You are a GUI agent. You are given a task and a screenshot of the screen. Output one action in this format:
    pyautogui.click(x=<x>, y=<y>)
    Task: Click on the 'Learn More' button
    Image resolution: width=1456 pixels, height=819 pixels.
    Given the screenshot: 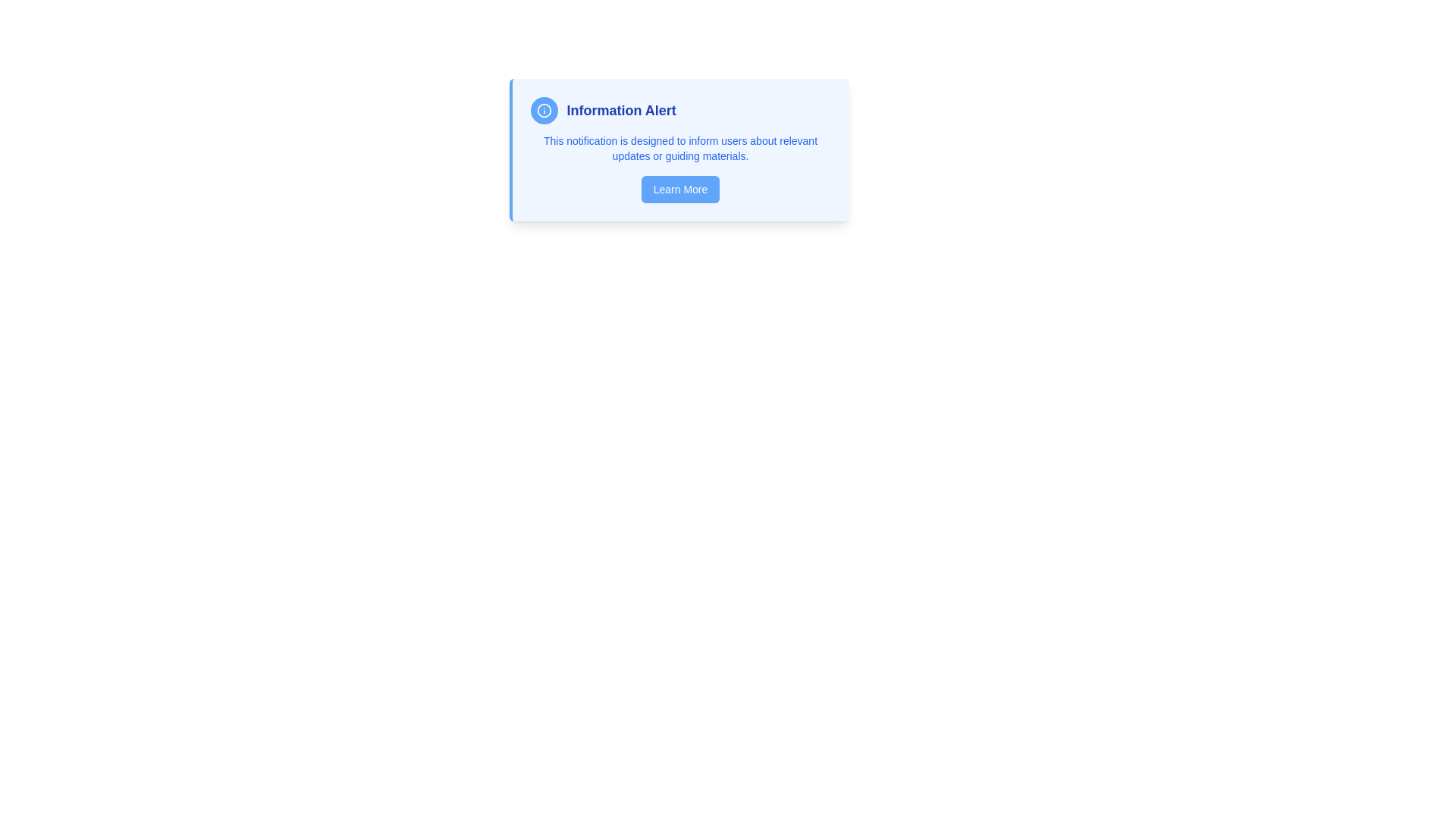 What is the action you would take?
    pyautogui.click(x=679, y=189)
    